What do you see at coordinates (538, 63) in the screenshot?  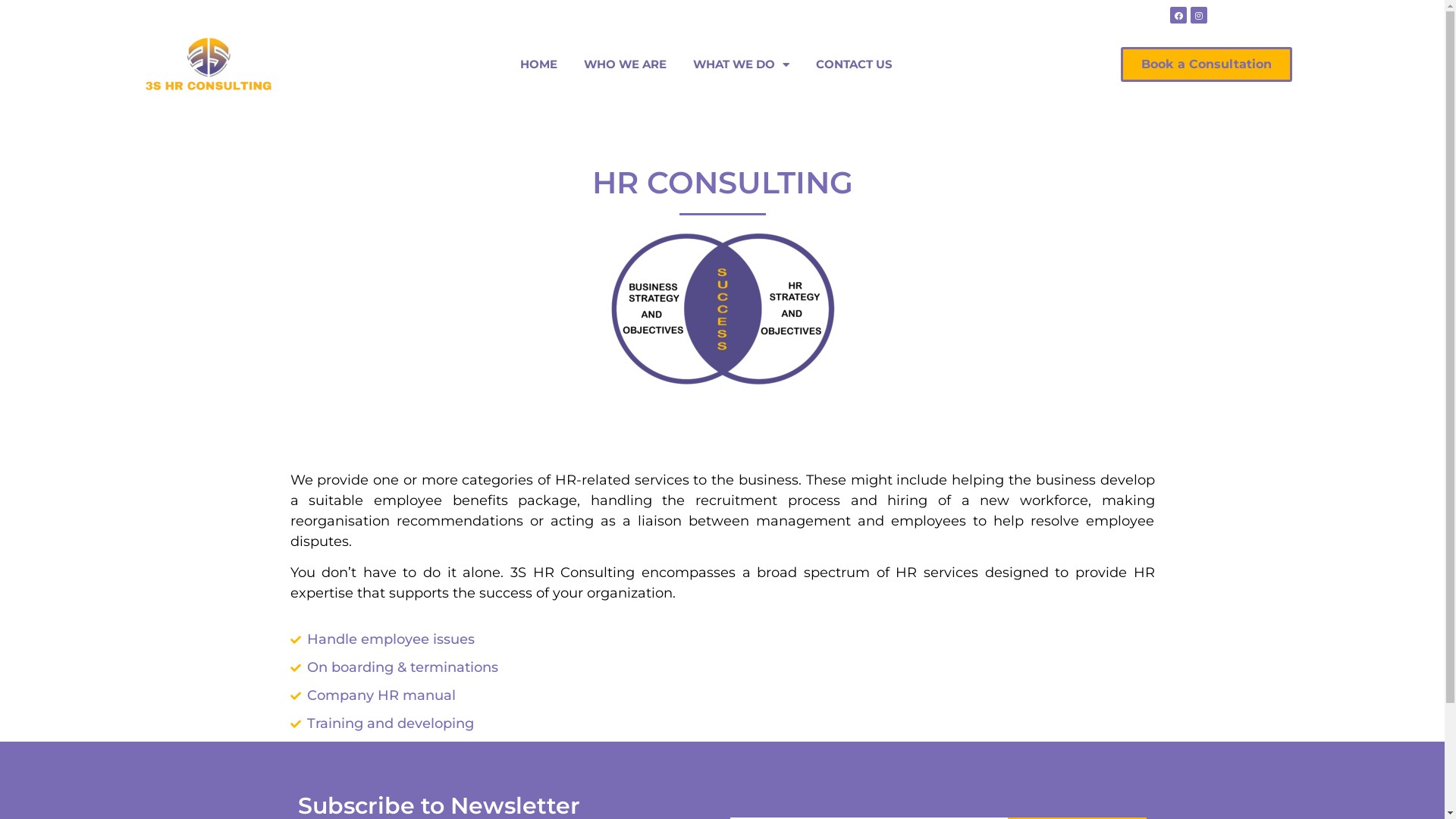 I see `'HOME'` at bounding box center [538, 63].